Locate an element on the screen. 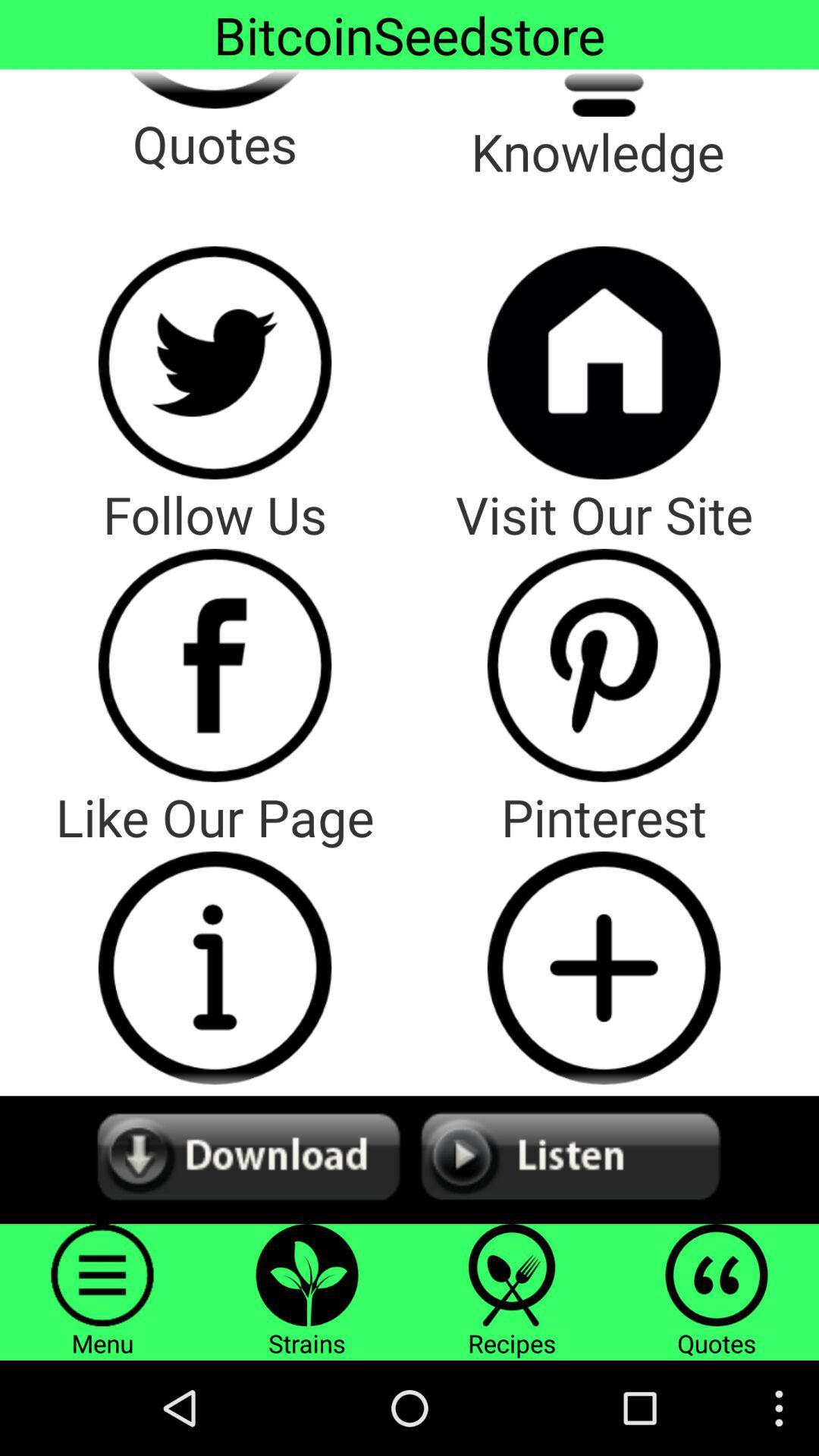  twitter follow is located at coordinates (215, 362).